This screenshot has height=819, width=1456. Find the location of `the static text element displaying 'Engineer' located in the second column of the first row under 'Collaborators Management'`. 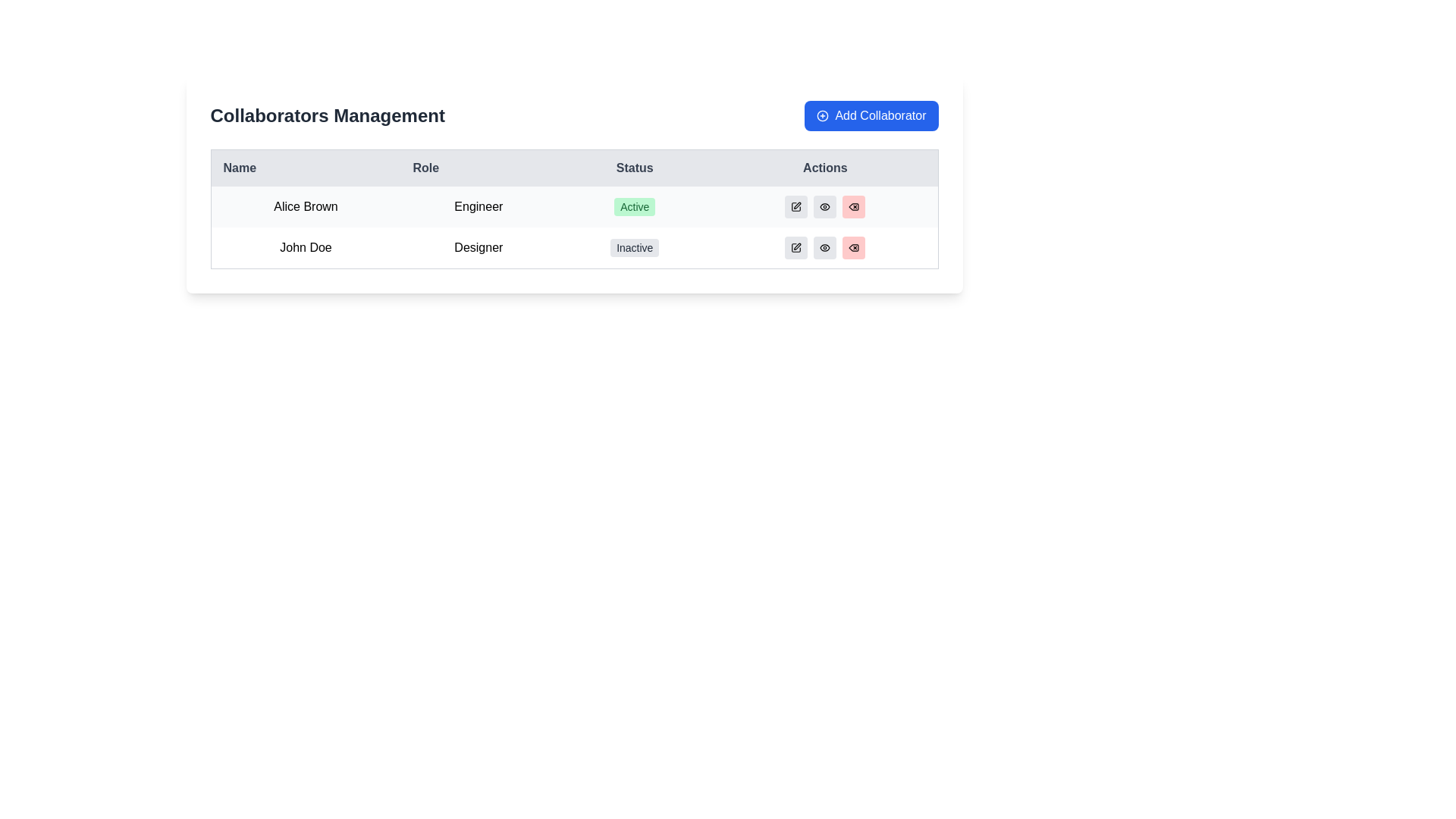

the static text element displaying 'Engineer' located in the second column of the first row under 'Collaborators Management' is located at coordinates (478, 207).